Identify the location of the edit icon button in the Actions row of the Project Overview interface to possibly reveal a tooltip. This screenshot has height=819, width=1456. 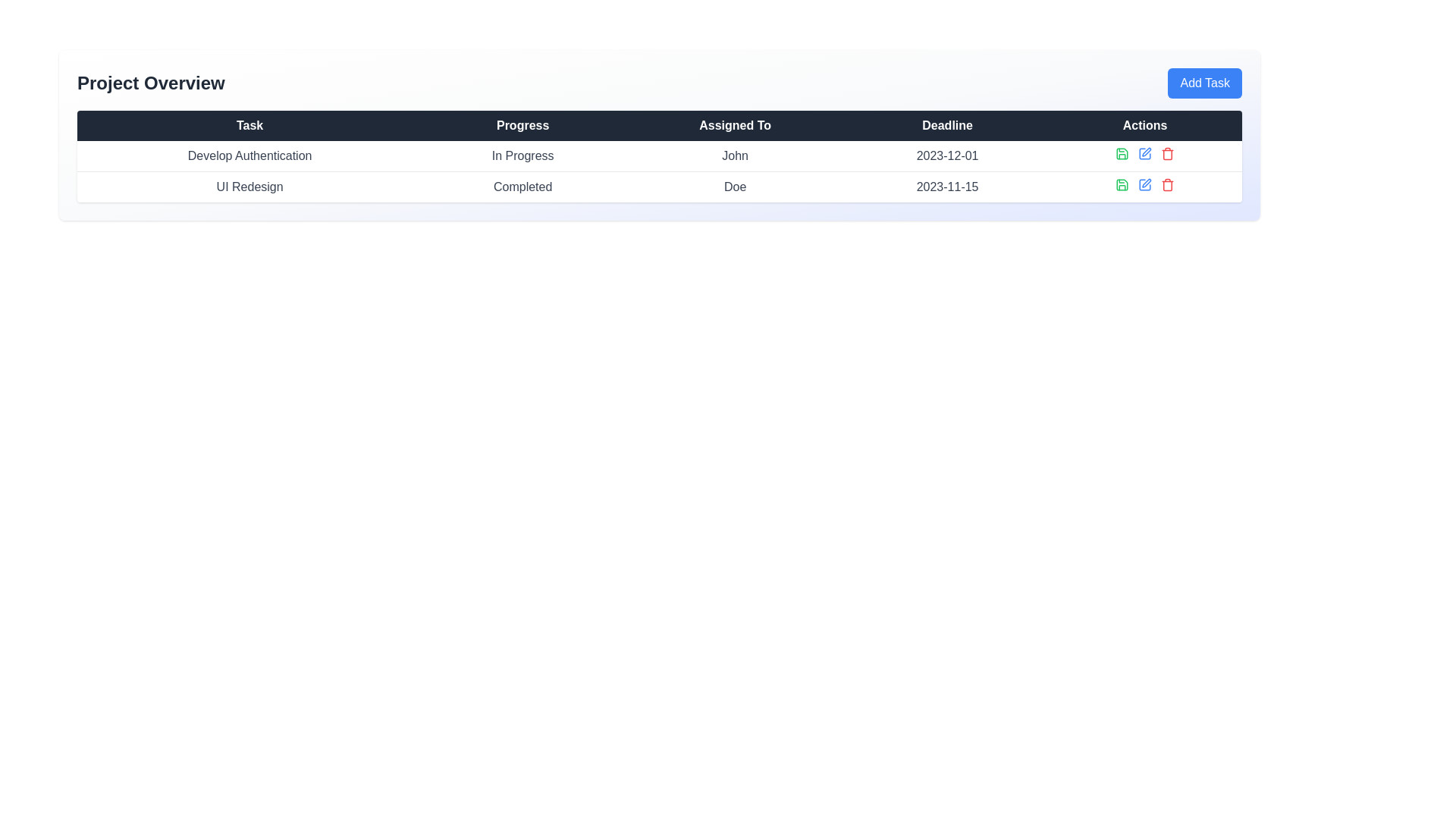
(1145, 154).